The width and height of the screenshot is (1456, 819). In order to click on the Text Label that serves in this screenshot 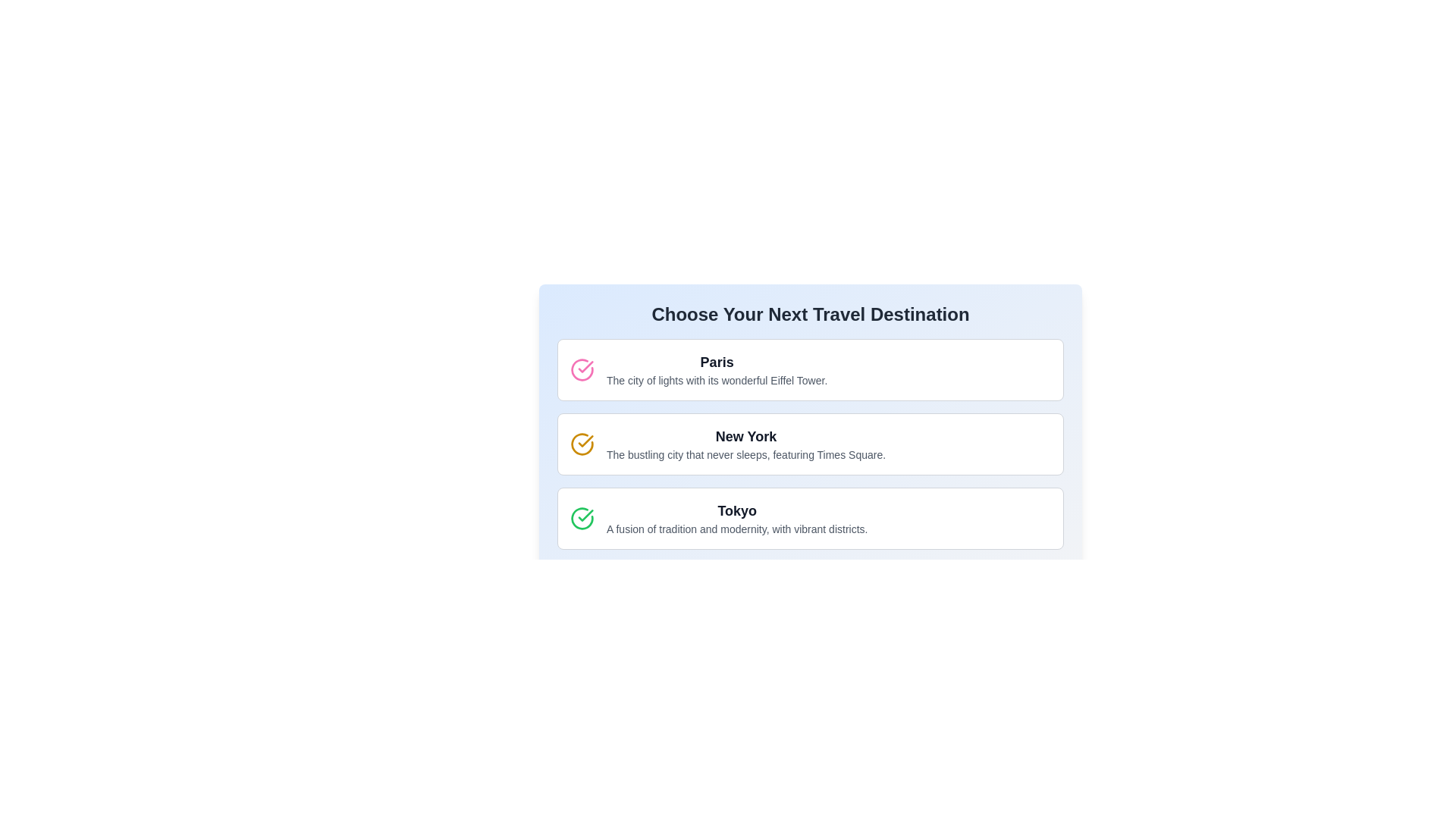, I will do `click(716, 362)`.